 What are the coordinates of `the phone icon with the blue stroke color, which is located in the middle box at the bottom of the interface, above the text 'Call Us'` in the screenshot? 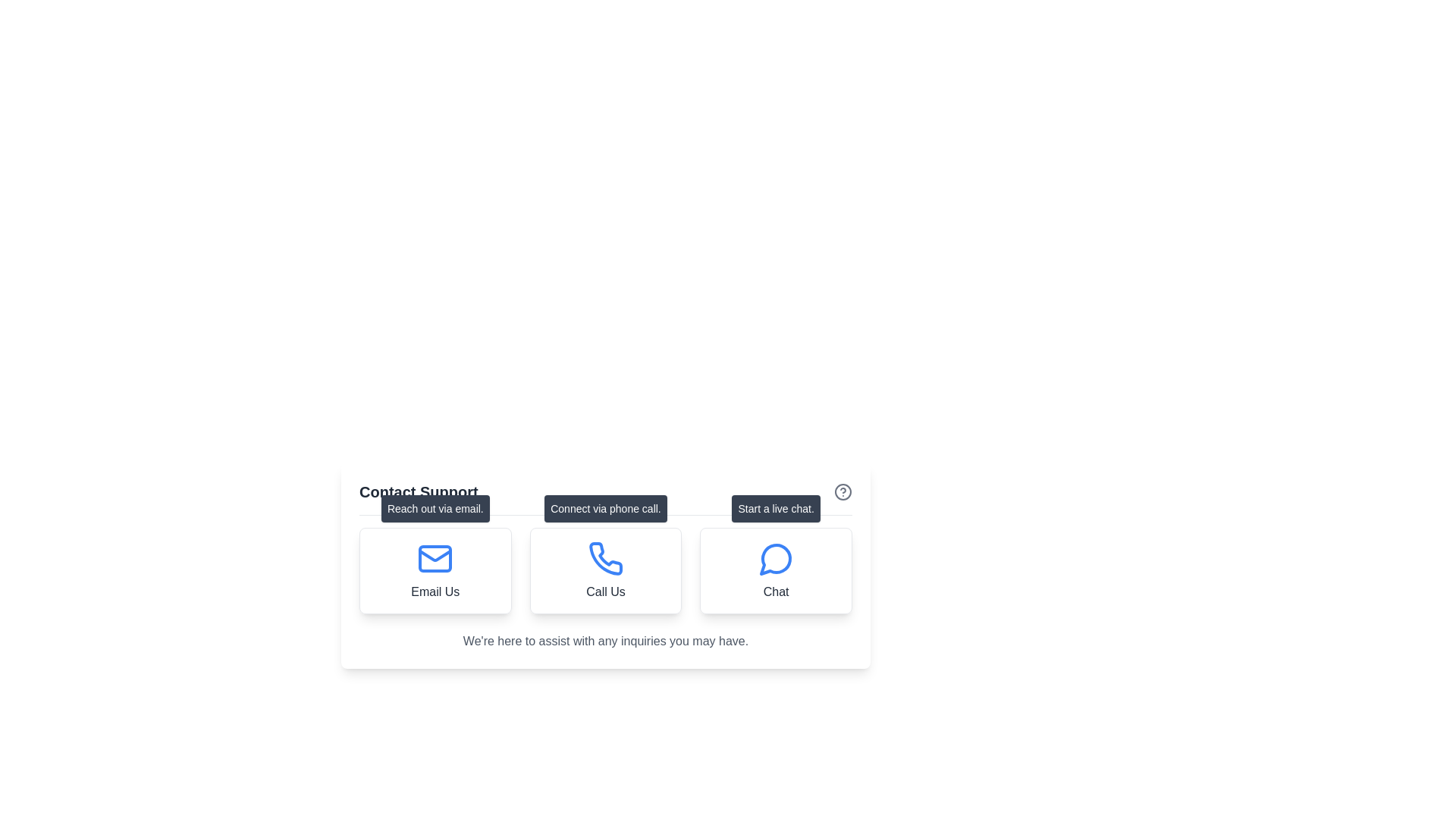 It's located at (604, 558).